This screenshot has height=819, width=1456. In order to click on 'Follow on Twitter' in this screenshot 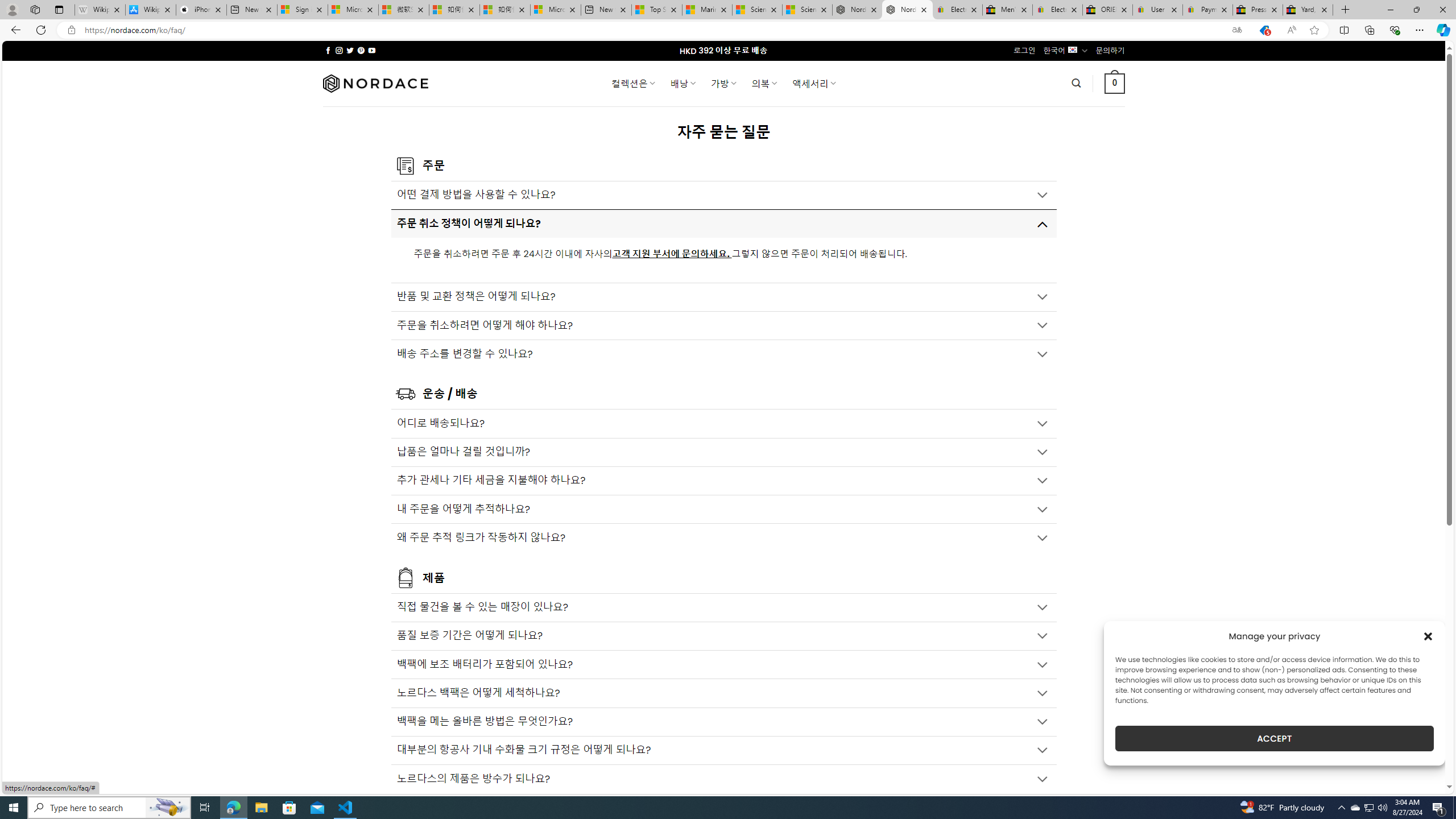, I will do `click(350, 50)`.